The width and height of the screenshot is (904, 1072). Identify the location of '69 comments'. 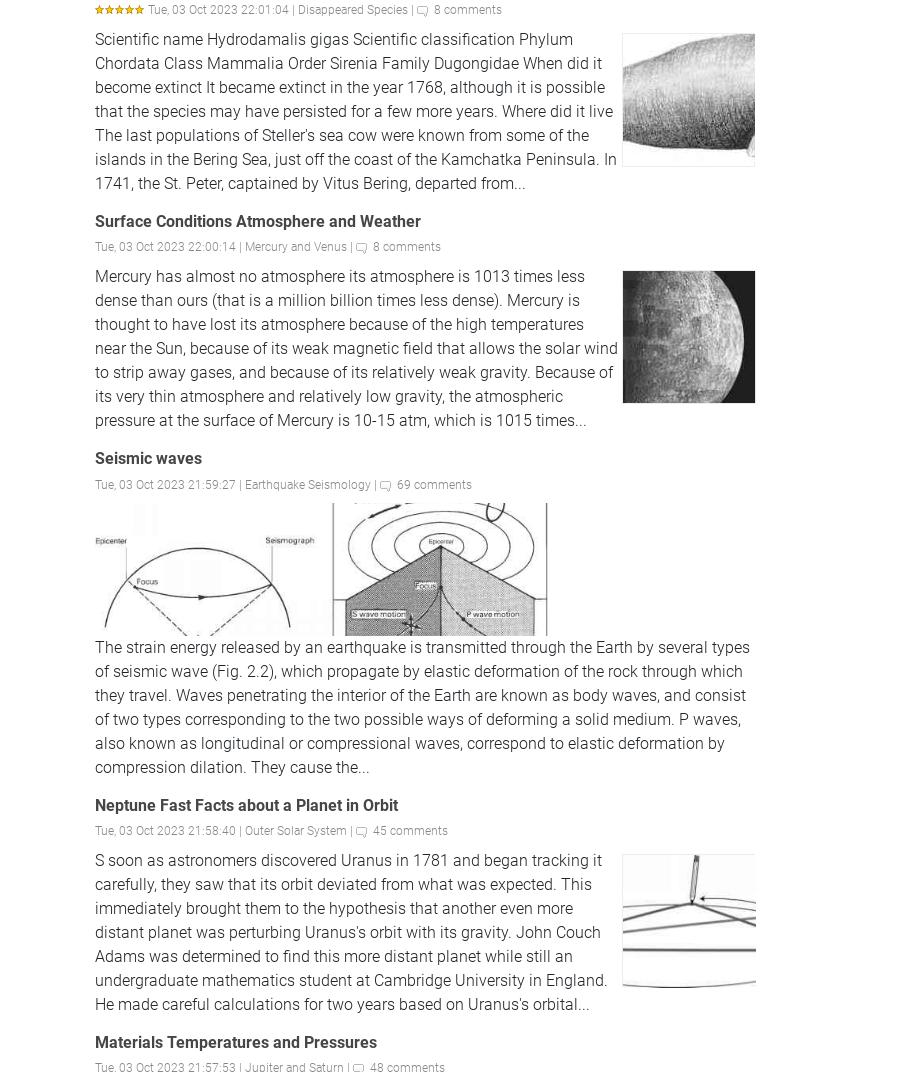
(434, 484).